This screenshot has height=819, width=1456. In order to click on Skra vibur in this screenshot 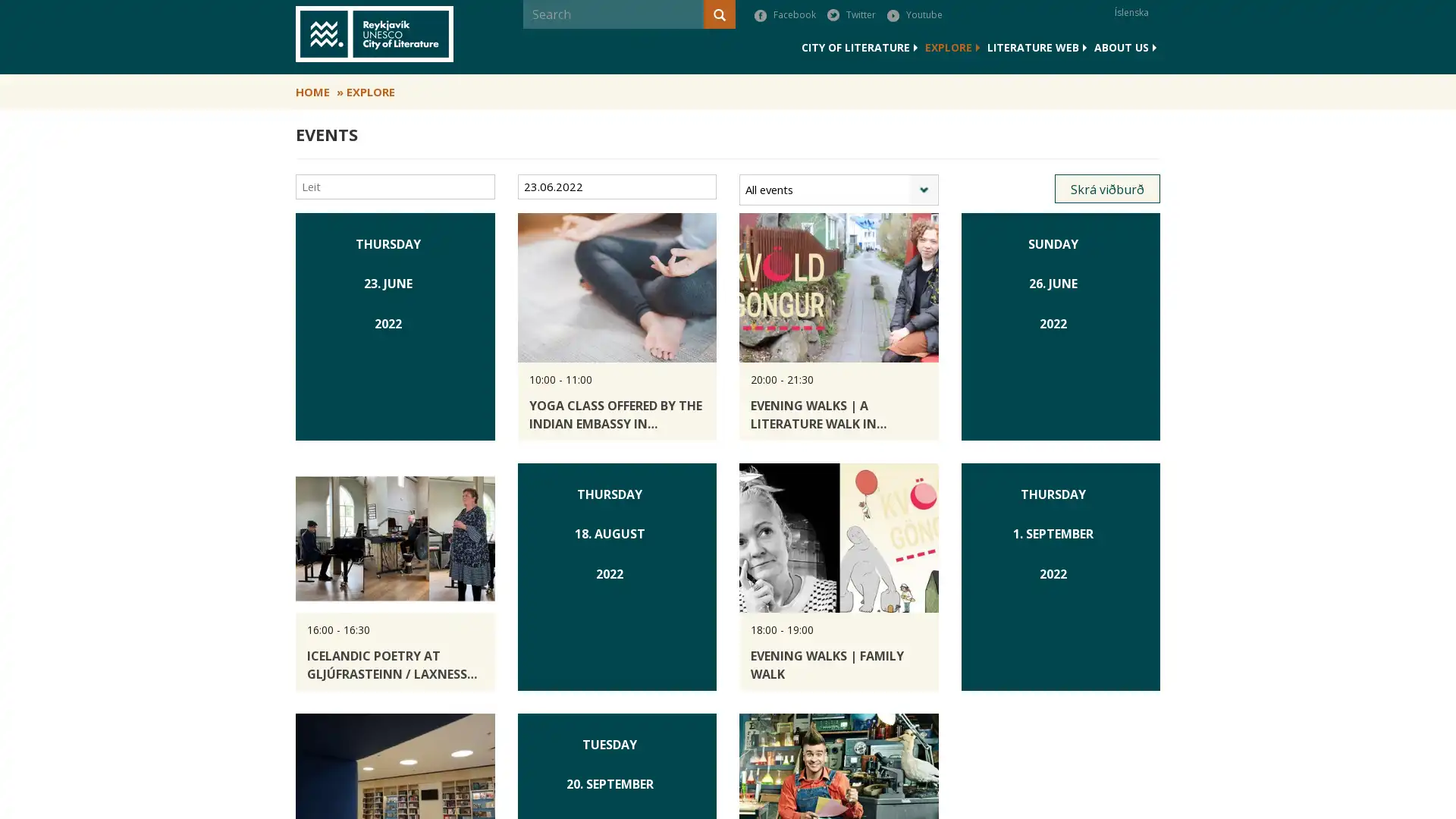, I will do `click(1107, 189)`.